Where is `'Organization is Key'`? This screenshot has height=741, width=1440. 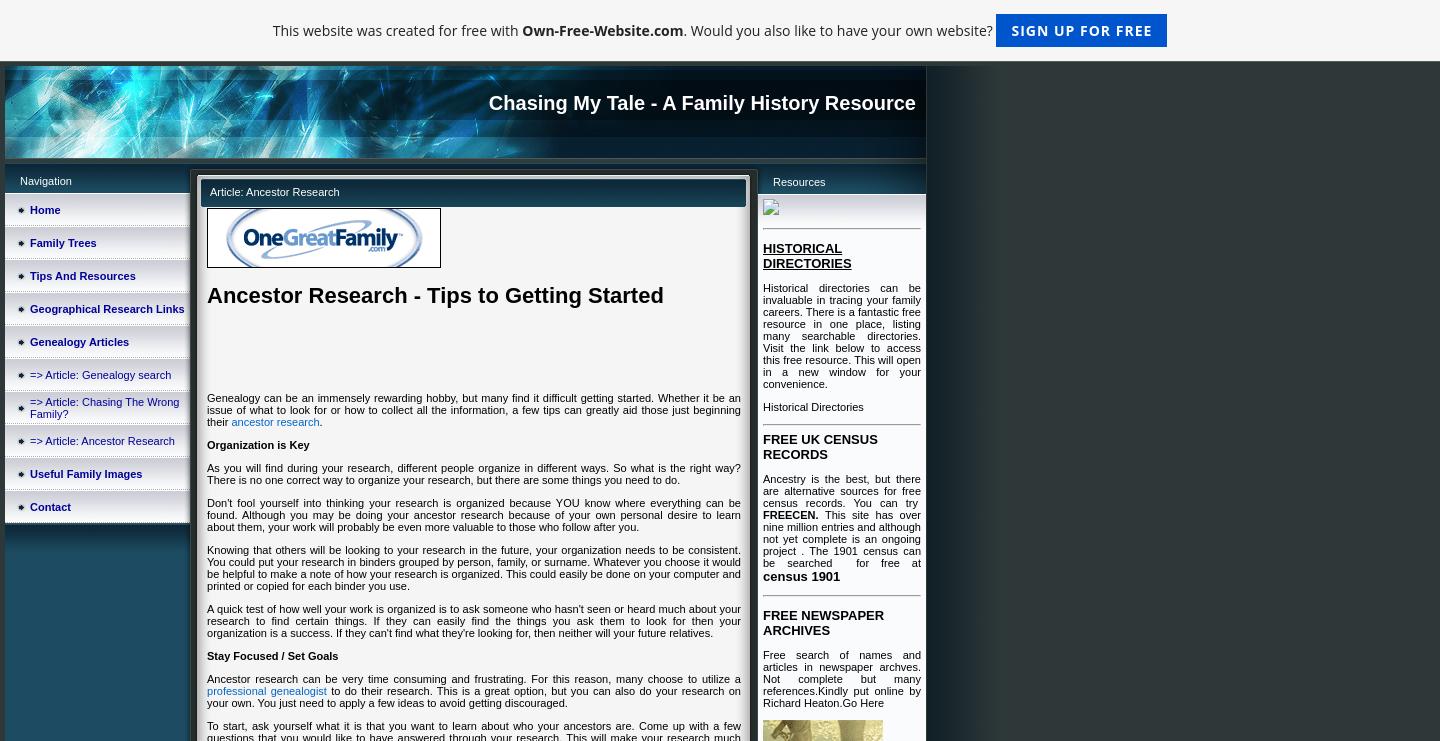 'Organization is Key' is located at coordinates (257, 444).